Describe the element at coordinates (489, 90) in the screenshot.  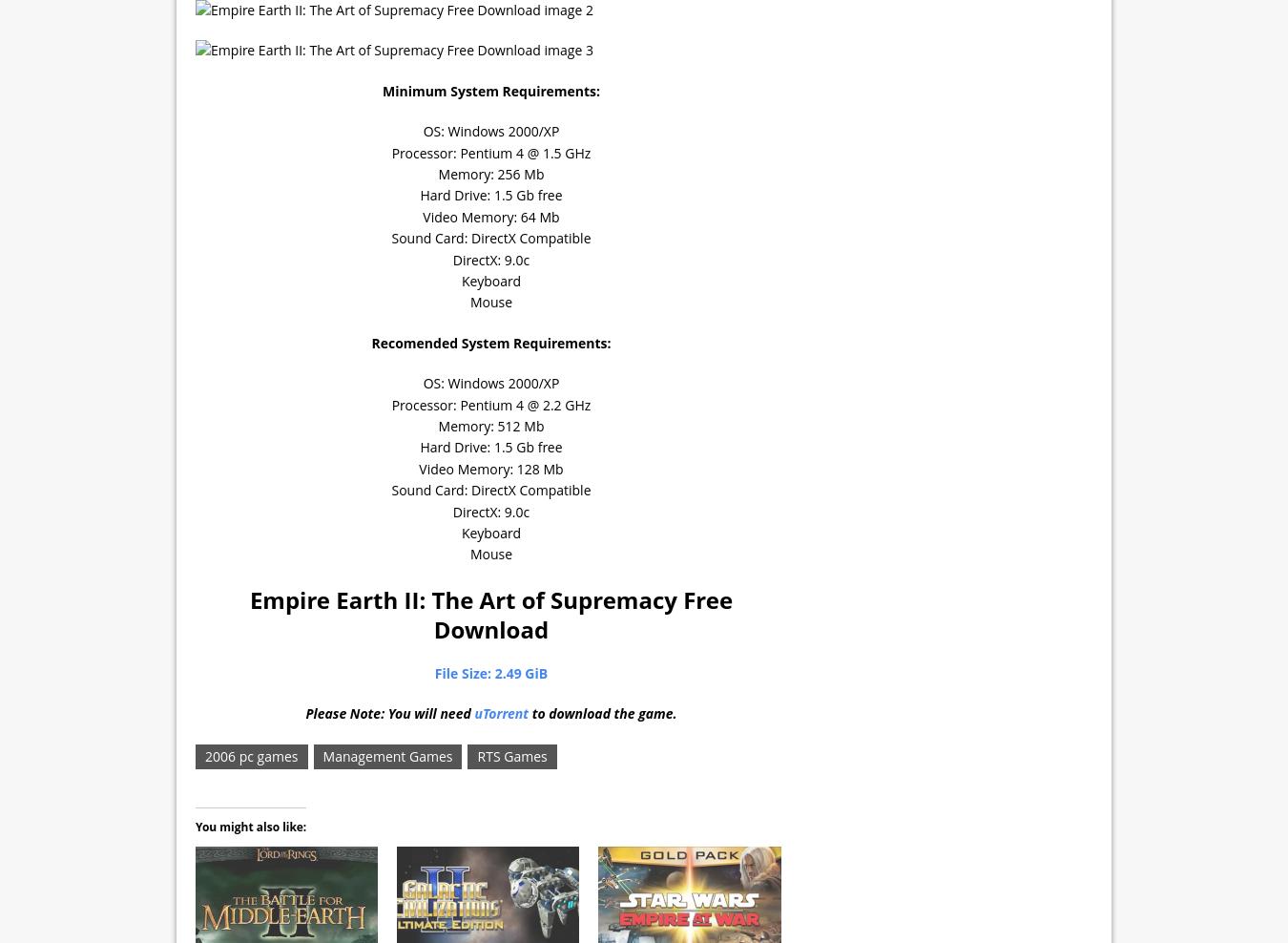
I see `'Minimum System Requirements:'` at that location.